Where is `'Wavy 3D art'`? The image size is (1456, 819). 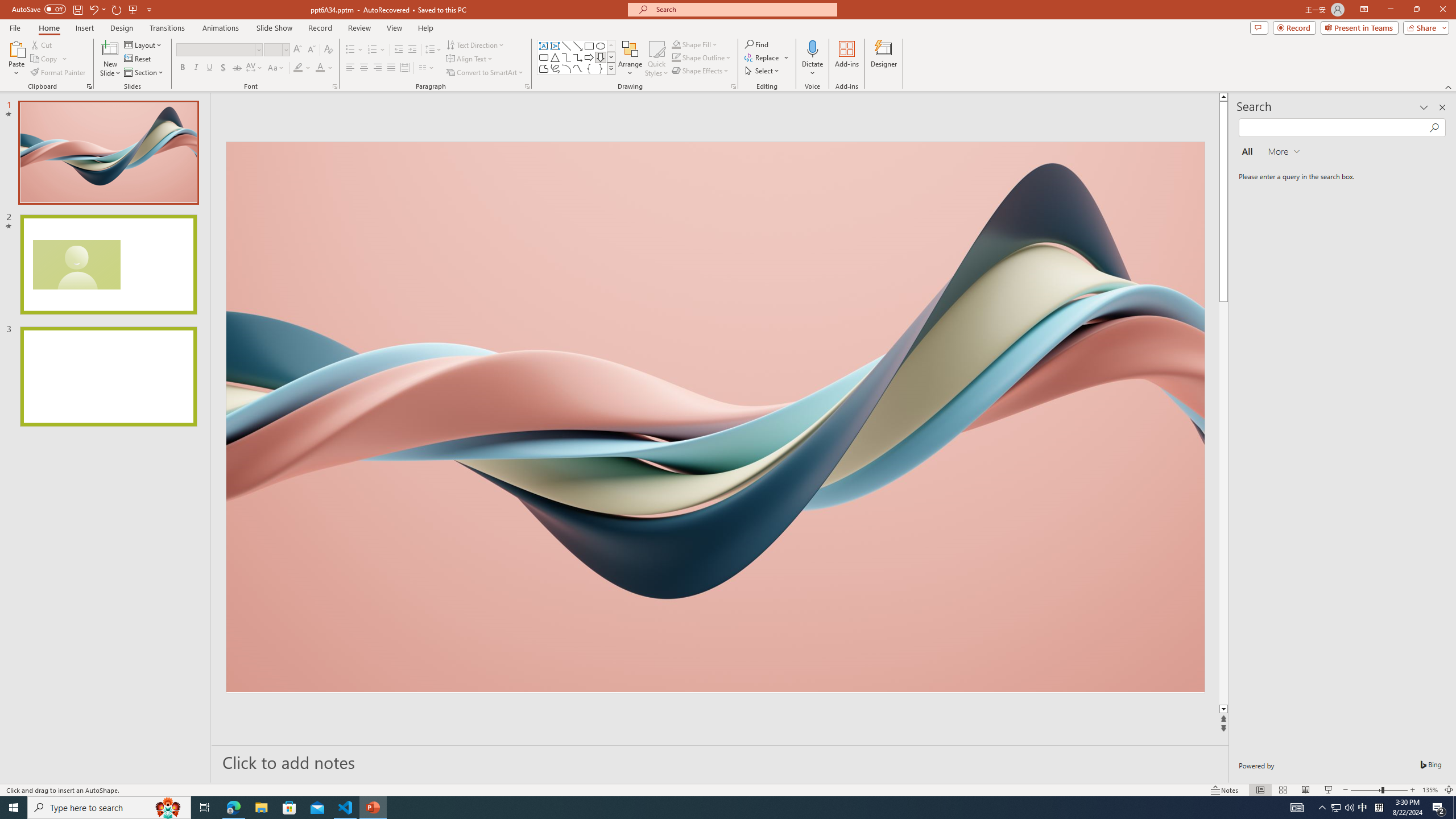
'Wavy 3D art' is located at coordinates (714, 416).